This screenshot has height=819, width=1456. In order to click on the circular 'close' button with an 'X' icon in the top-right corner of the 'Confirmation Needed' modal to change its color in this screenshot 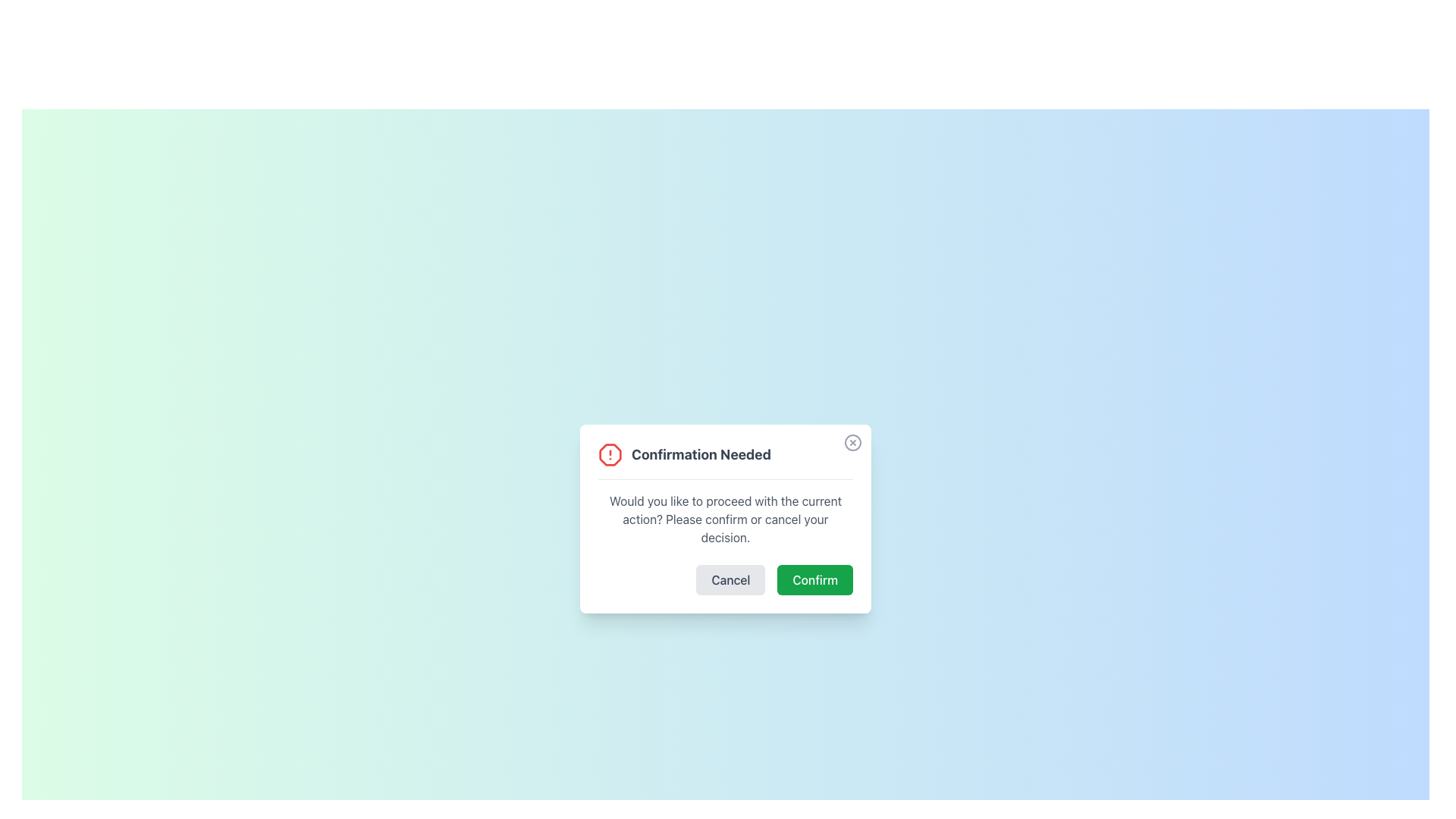, I will do `click(852, 442)`.